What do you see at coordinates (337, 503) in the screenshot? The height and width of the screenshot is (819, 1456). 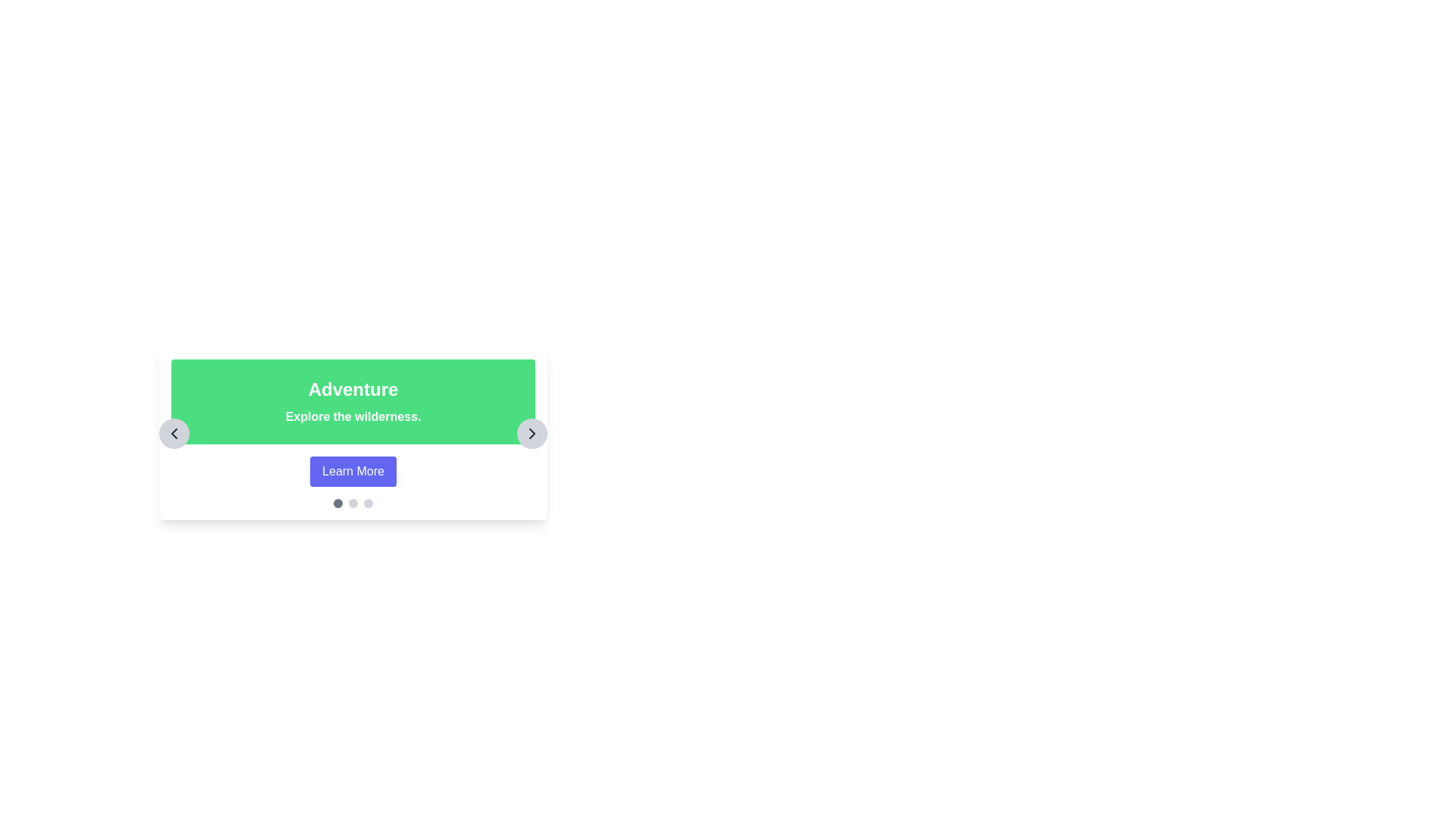 I see `the first circular pagination indicator, which is a small gray dot with rounded edges` at bounding box center [337, 503].